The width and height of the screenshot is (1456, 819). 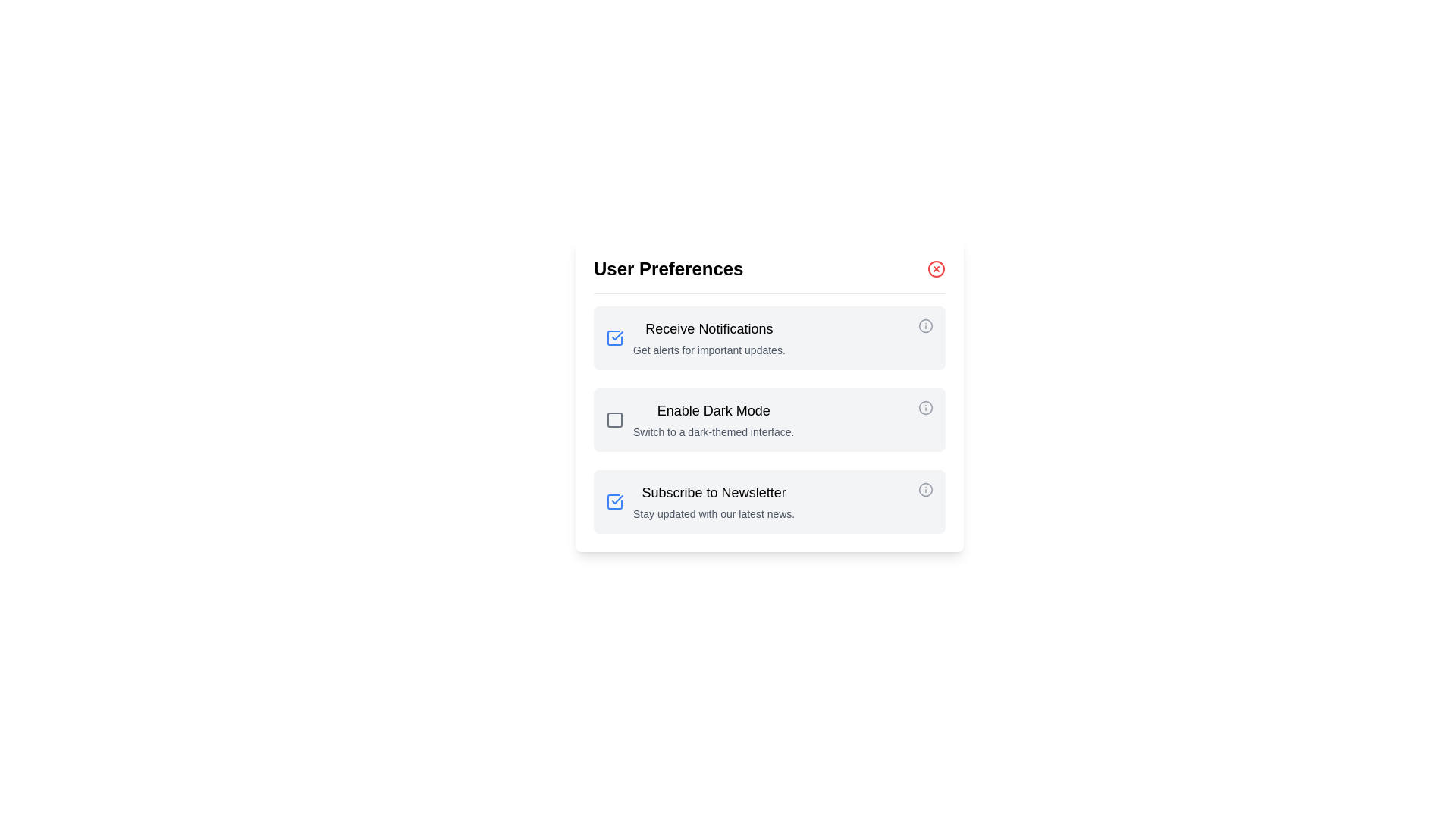 What do you see at coordinates (713, 420) in the screenshot?
I see `instructional text label explaining the purpose of the adjacent checkbox for enabling a dark theme` at bounding box center [713, 420].